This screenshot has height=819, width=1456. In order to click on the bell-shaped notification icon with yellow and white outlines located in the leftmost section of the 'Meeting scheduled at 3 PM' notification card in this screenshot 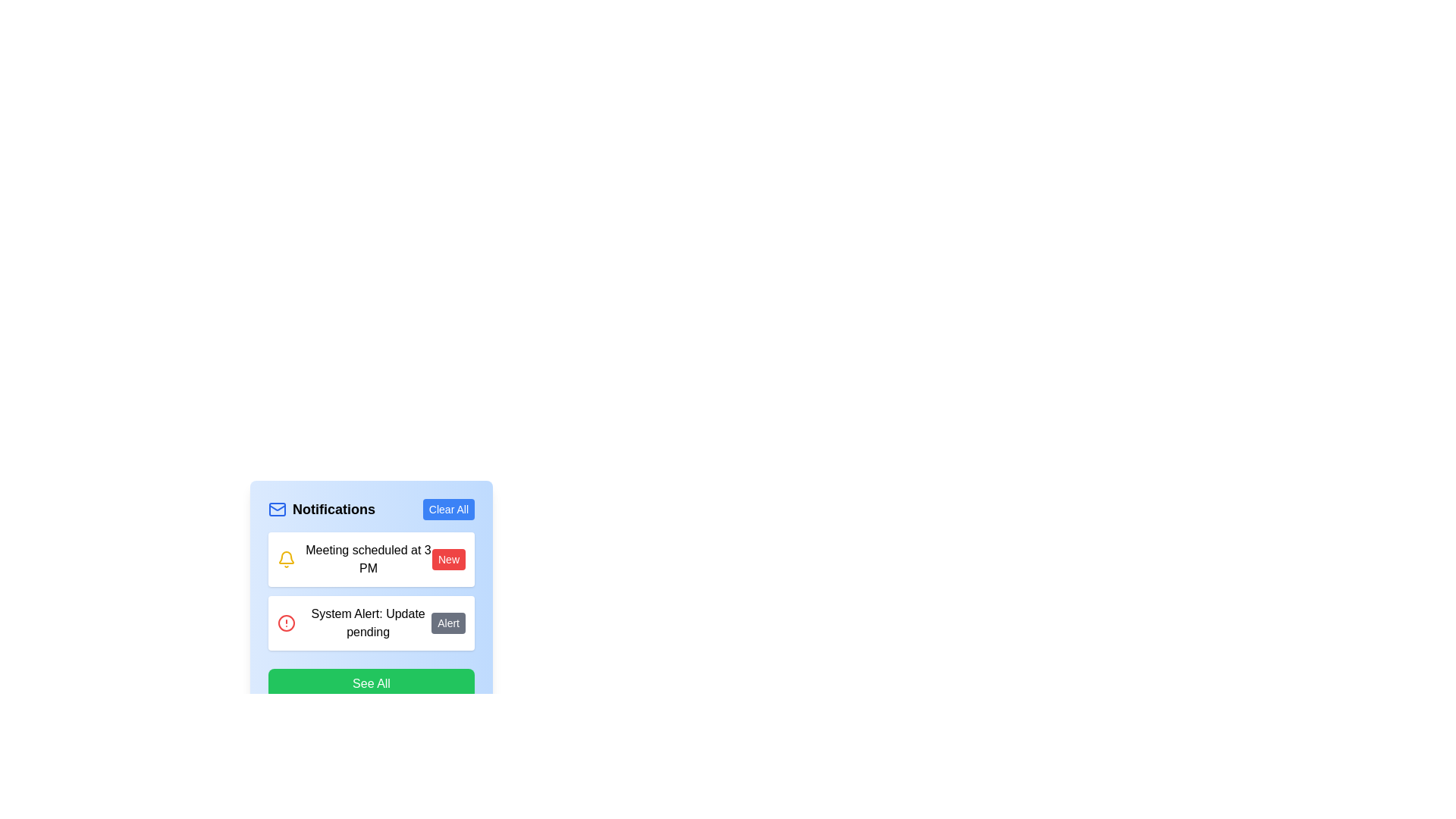, I will do `click(287, 559)`.